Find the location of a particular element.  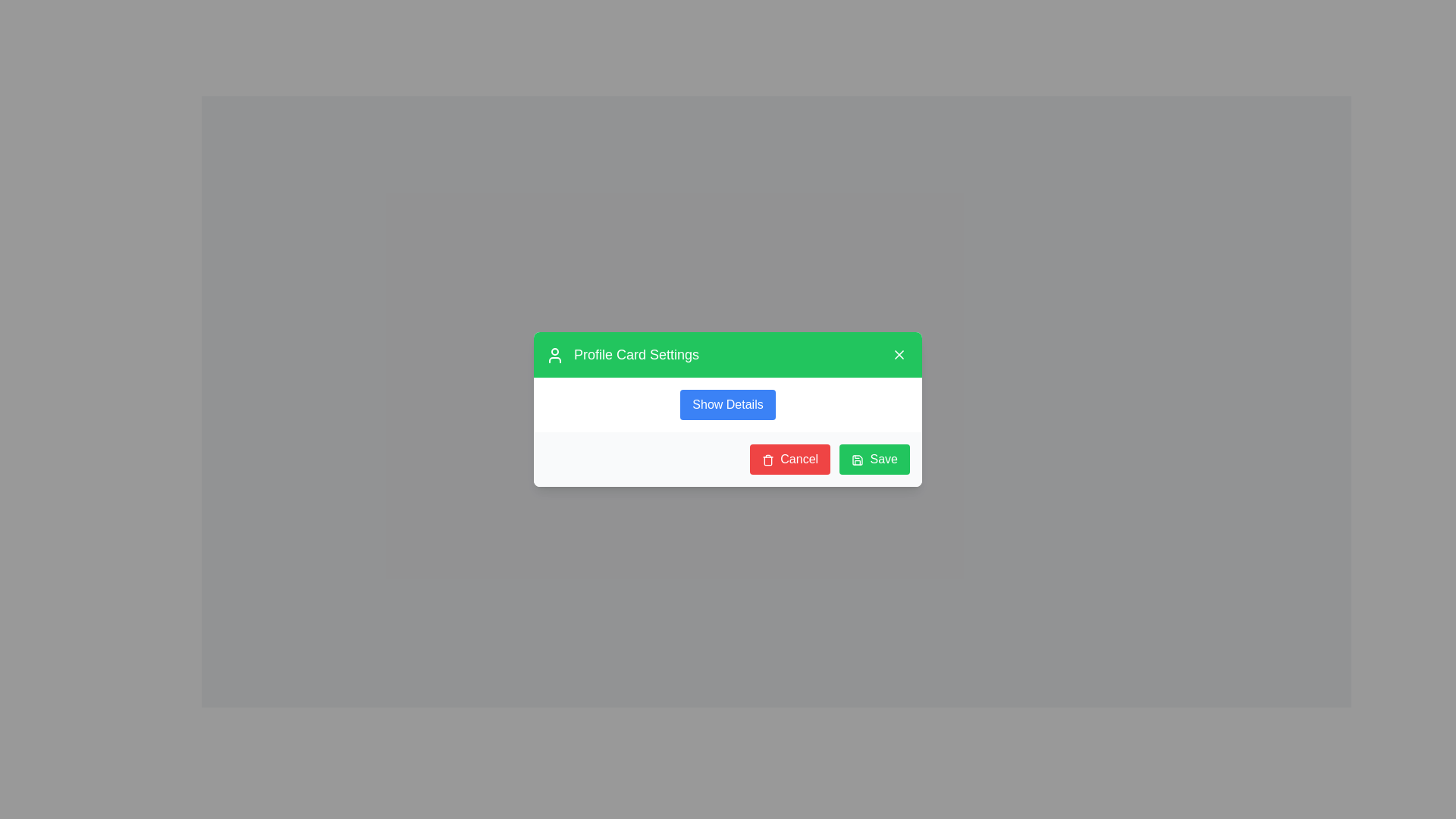

the rectangular 'Cancel' button with a red background and white text, which displays a trash can icon to its left, located in the footer section of a modal dialog is located at coordinates (789, 458).